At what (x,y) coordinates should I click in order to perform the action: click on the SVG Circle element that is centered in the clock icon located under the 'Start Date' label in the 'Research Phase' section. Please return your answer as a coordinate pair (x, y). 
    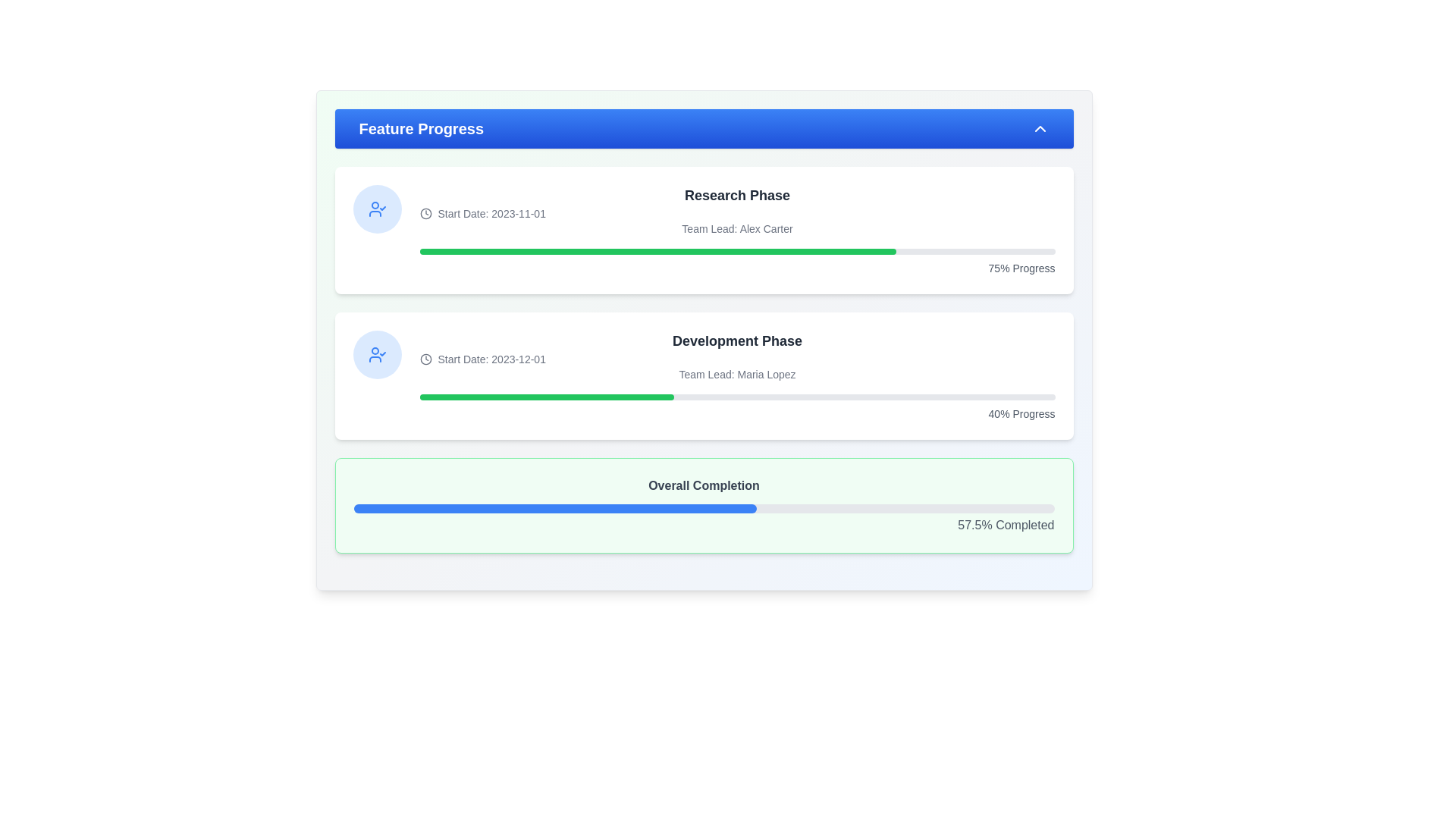
    Looking at the image, I should click on (425, 359).